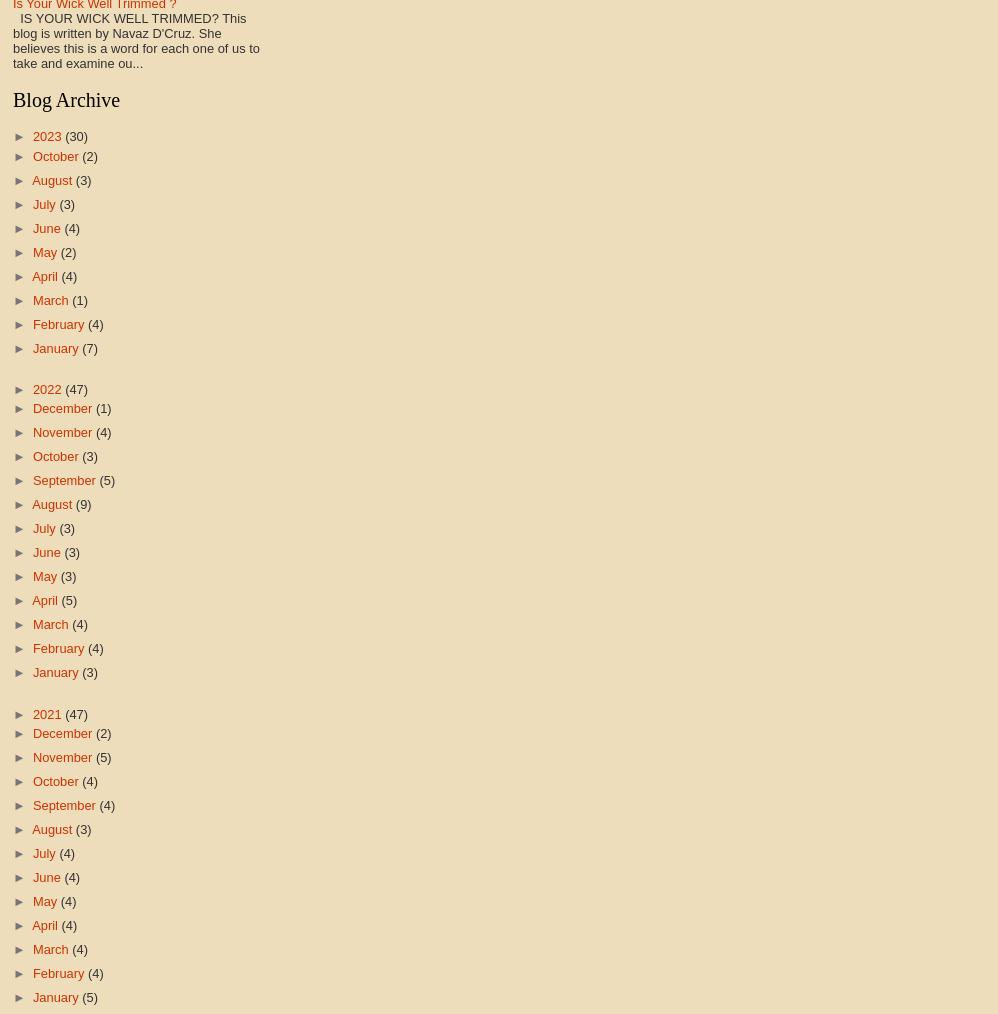 The image size is (998, 1014). Describe the element at coordinates (75, 136) in the screenshot. I see `'(30)'` at that location.